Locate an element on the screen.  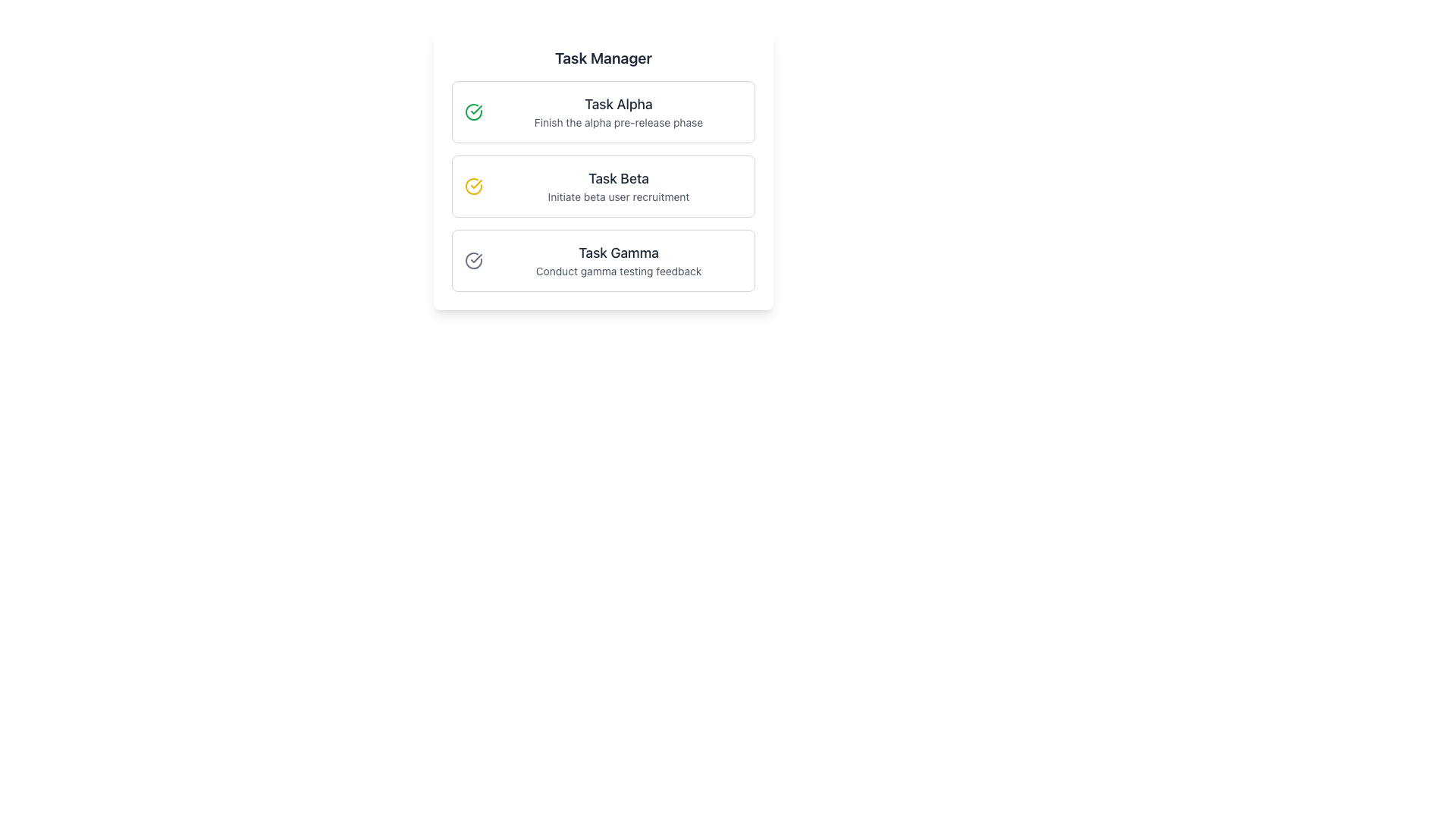
the Circular Status Indicator Icon located to the left of the text 'Task Beta', which is the second icon in a series of task status indicators is located at coordinates (472, 186).